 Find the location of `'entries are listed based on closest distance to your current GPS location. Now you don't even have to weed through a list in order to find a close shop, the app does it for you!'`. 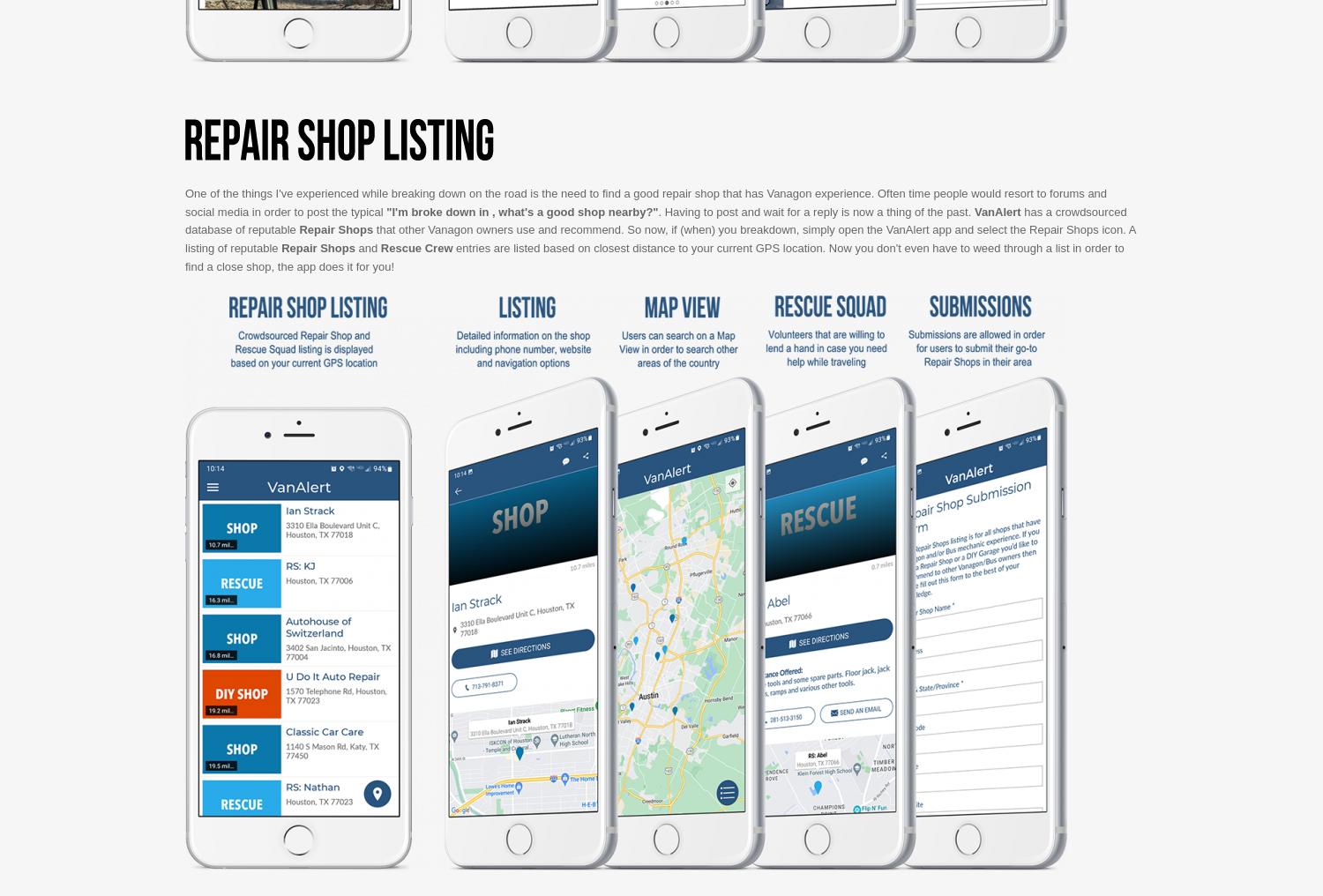

'entries are listed based on closest distance to your current GPS location. Now you don't even have to weed through a list in order to find a close shop, the app does it for you!' is located at coordinates (654, 256).